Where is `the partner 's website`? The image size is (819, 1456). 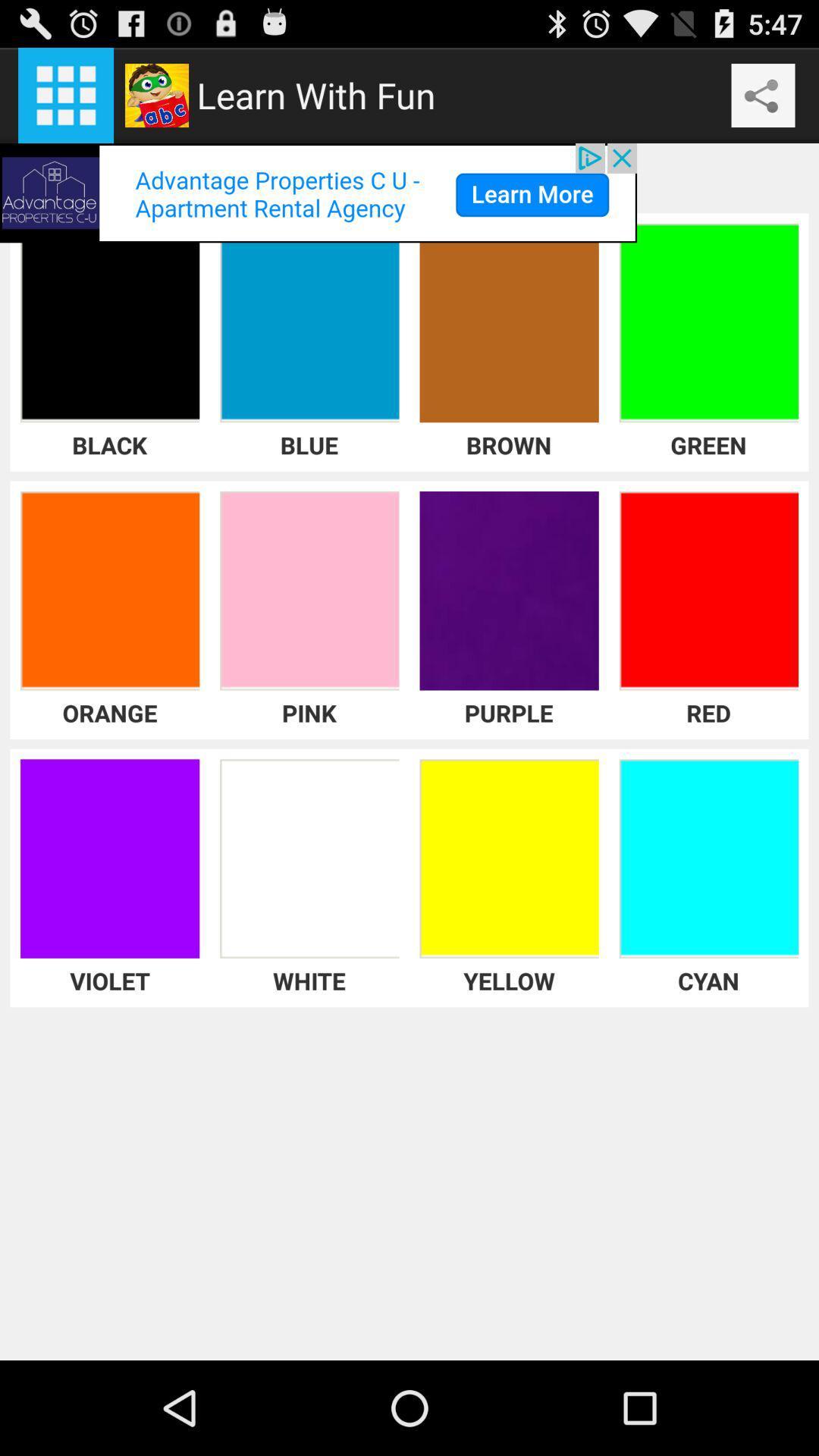 the partner 's website is located at coordinates (318, 192).